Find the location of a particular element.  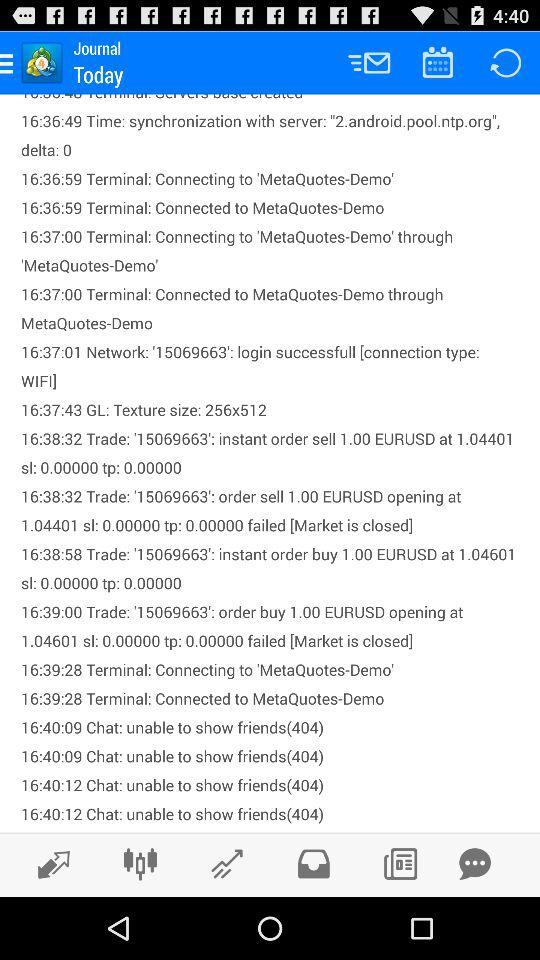

the edit icon is located at coordinates (48, 925).